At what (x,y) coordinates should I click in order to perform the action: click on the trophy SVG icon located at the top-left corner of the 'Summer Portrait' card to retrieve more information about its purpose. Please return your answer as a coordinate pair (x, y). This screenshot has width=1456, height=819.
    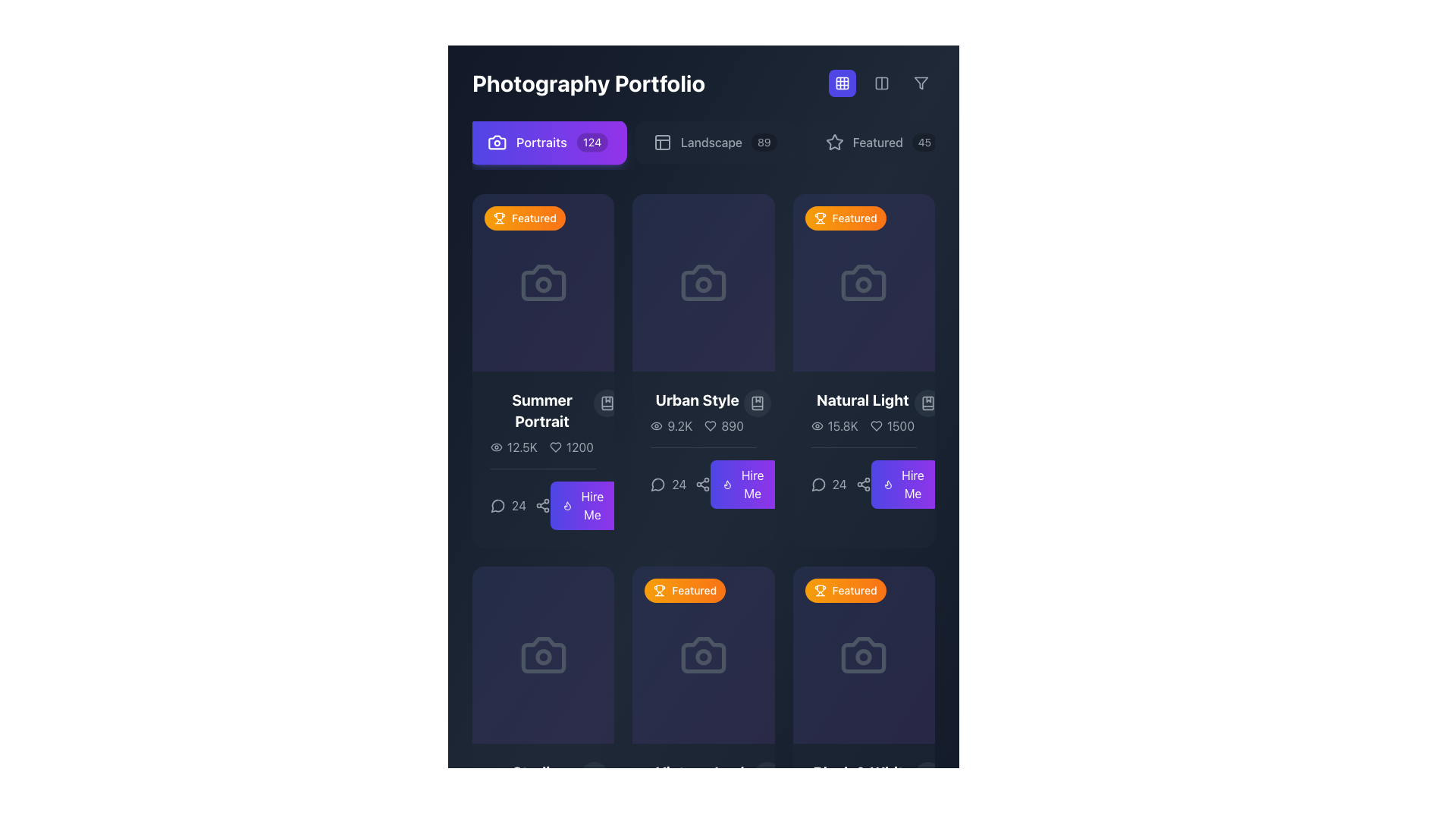
    Looking at the image, I should click on (499, 218).